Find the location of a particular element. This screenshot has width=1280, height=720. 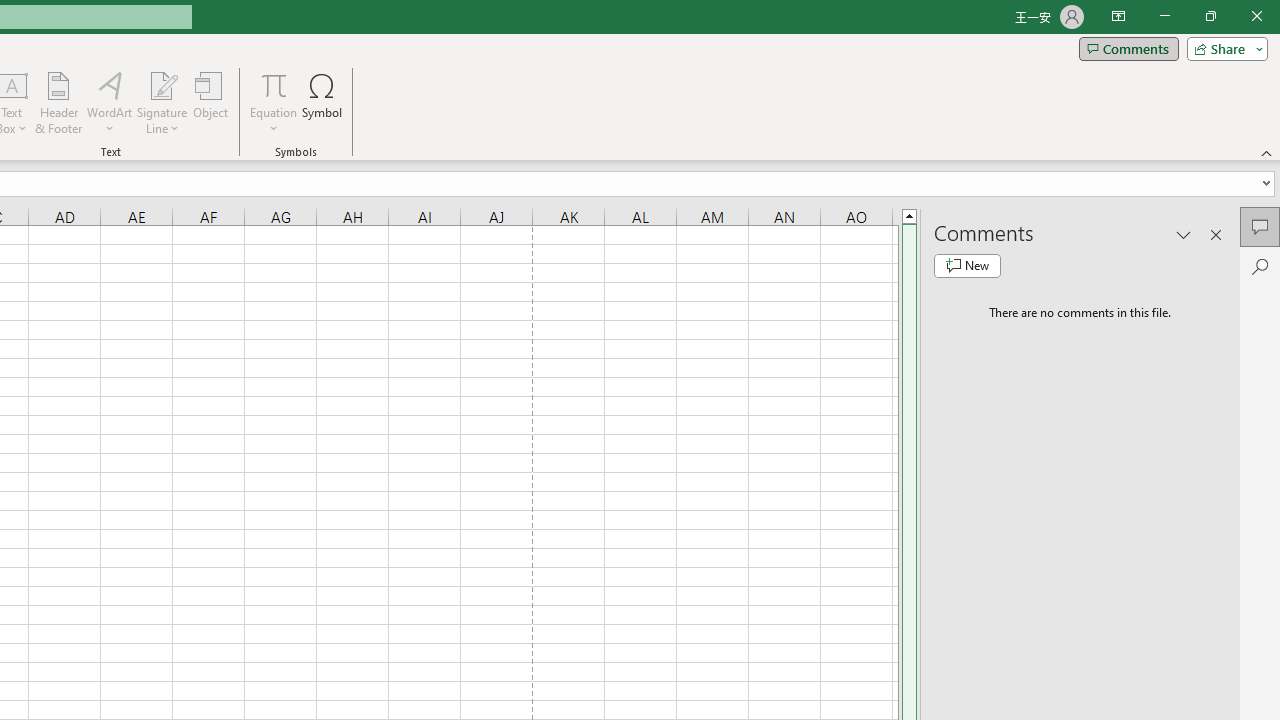

'Close pane' is located at coordinates (1215, 234).